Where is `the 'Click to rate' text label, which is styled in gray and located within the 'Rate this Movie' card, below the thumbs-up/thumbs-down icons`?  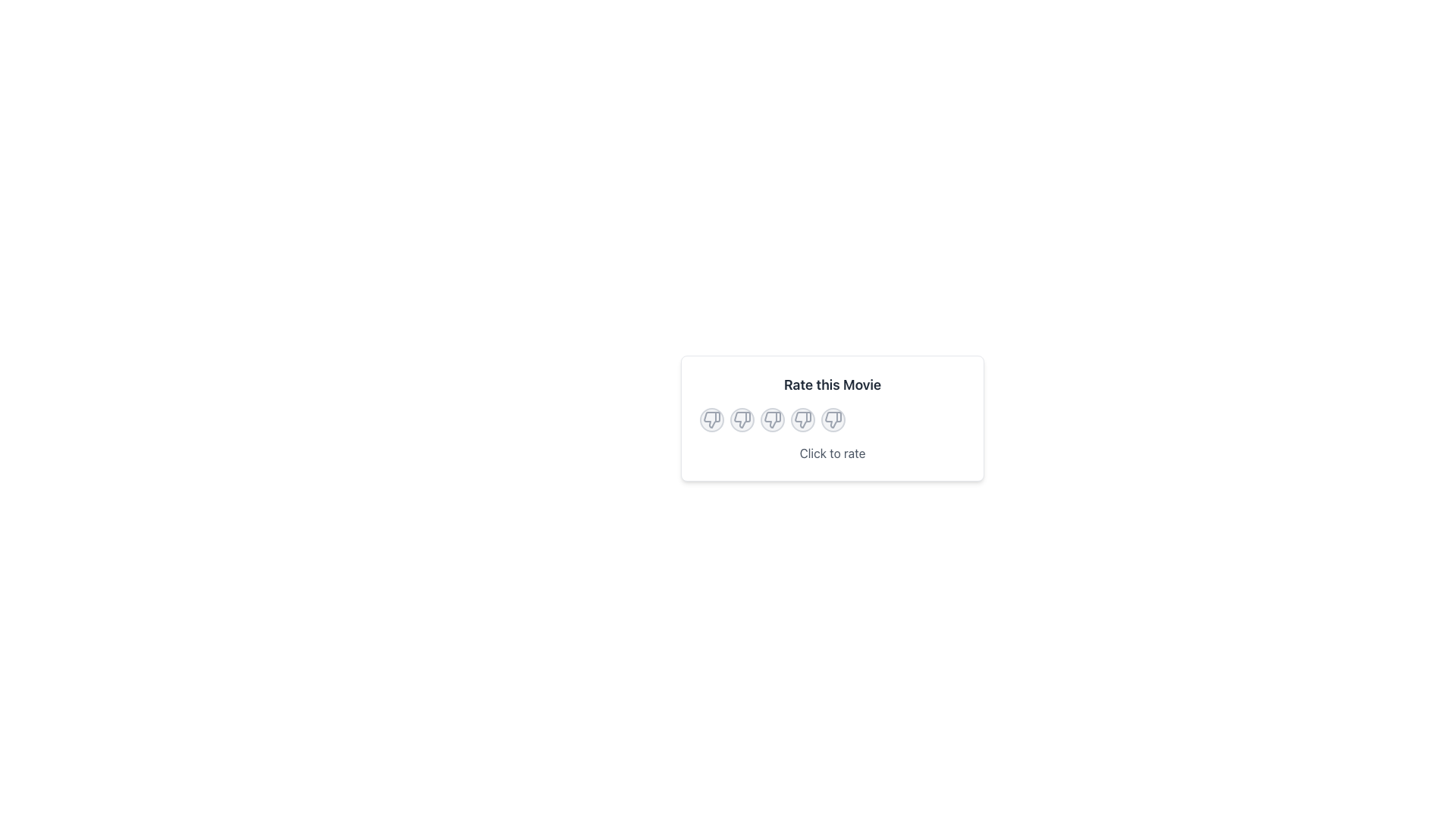 the 'Click to rate' text label, which is styled in gray and located within the 'Rate this Movie' card, below the thumbs-up/thumbs-down icons is located at coordinates (832, 452).